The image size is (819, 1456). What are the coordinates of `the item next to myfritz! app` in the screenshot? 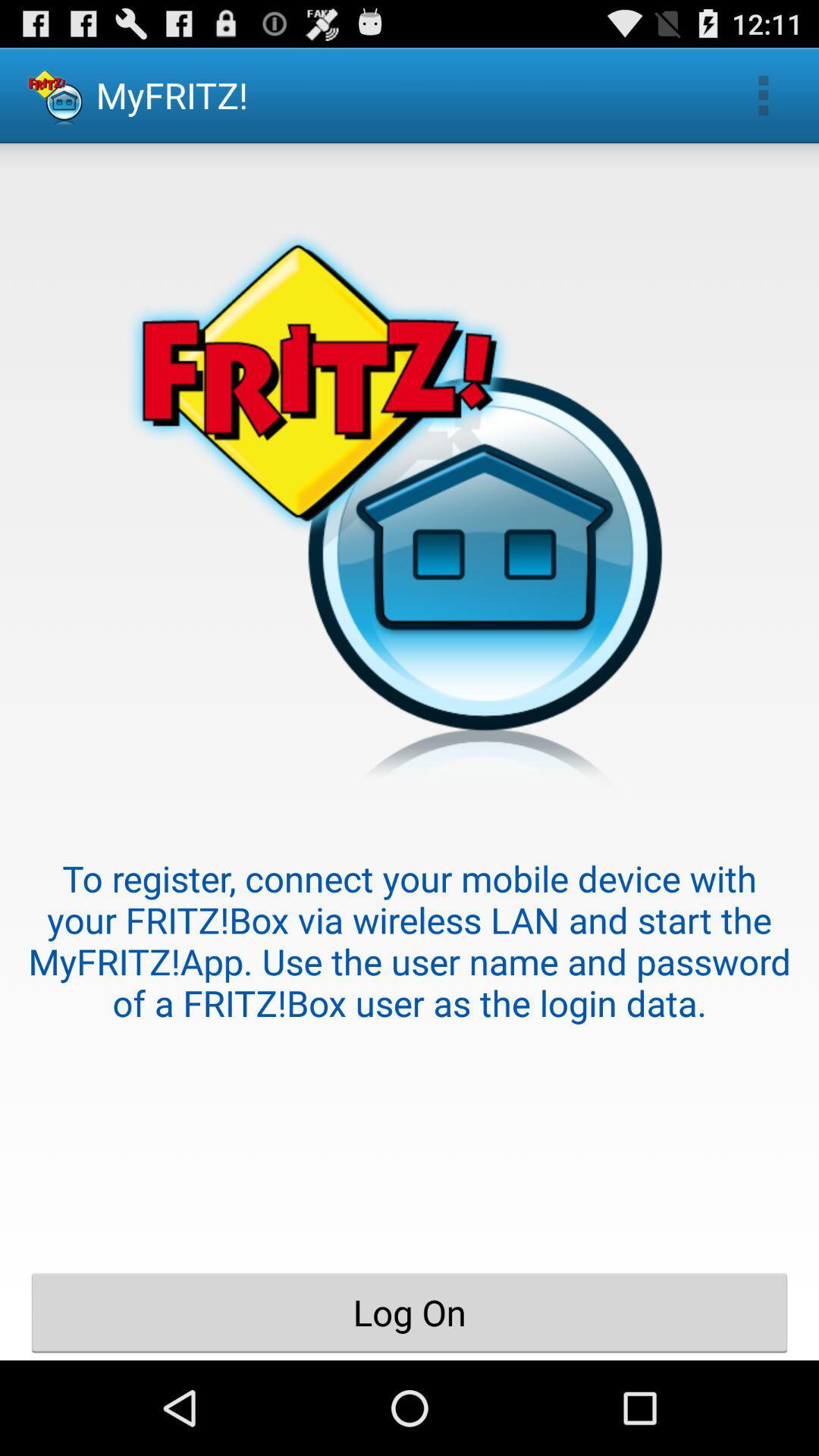 It's located at (763, 94).